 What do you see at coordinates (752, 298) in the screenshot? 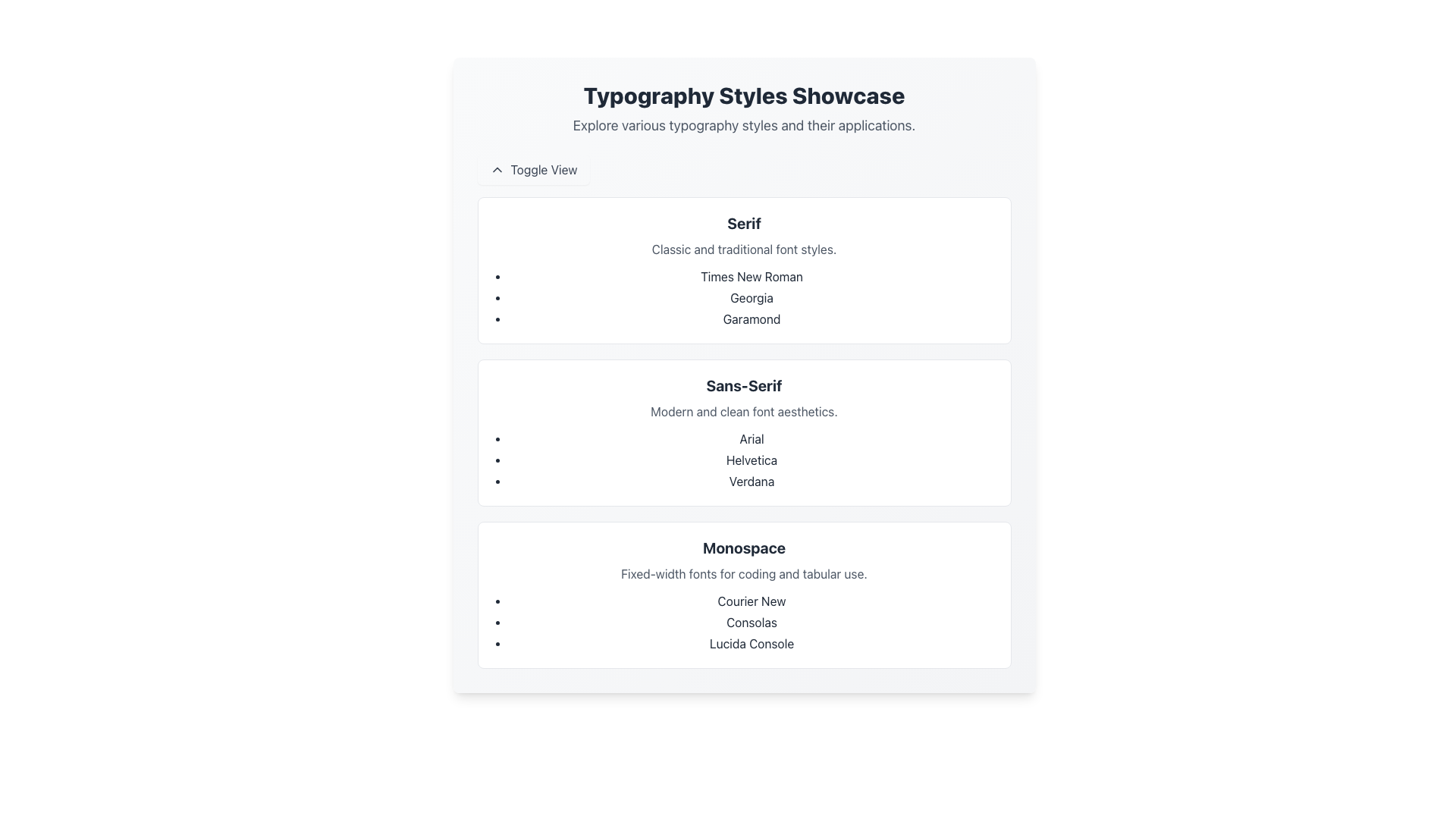
I see `the 'Georgia' text element, which serves as a label for the font family in the 'Serif' section of the interface, positioned between 'Times New Roman' and 'Garamond'` at bounding box center [752, 298].